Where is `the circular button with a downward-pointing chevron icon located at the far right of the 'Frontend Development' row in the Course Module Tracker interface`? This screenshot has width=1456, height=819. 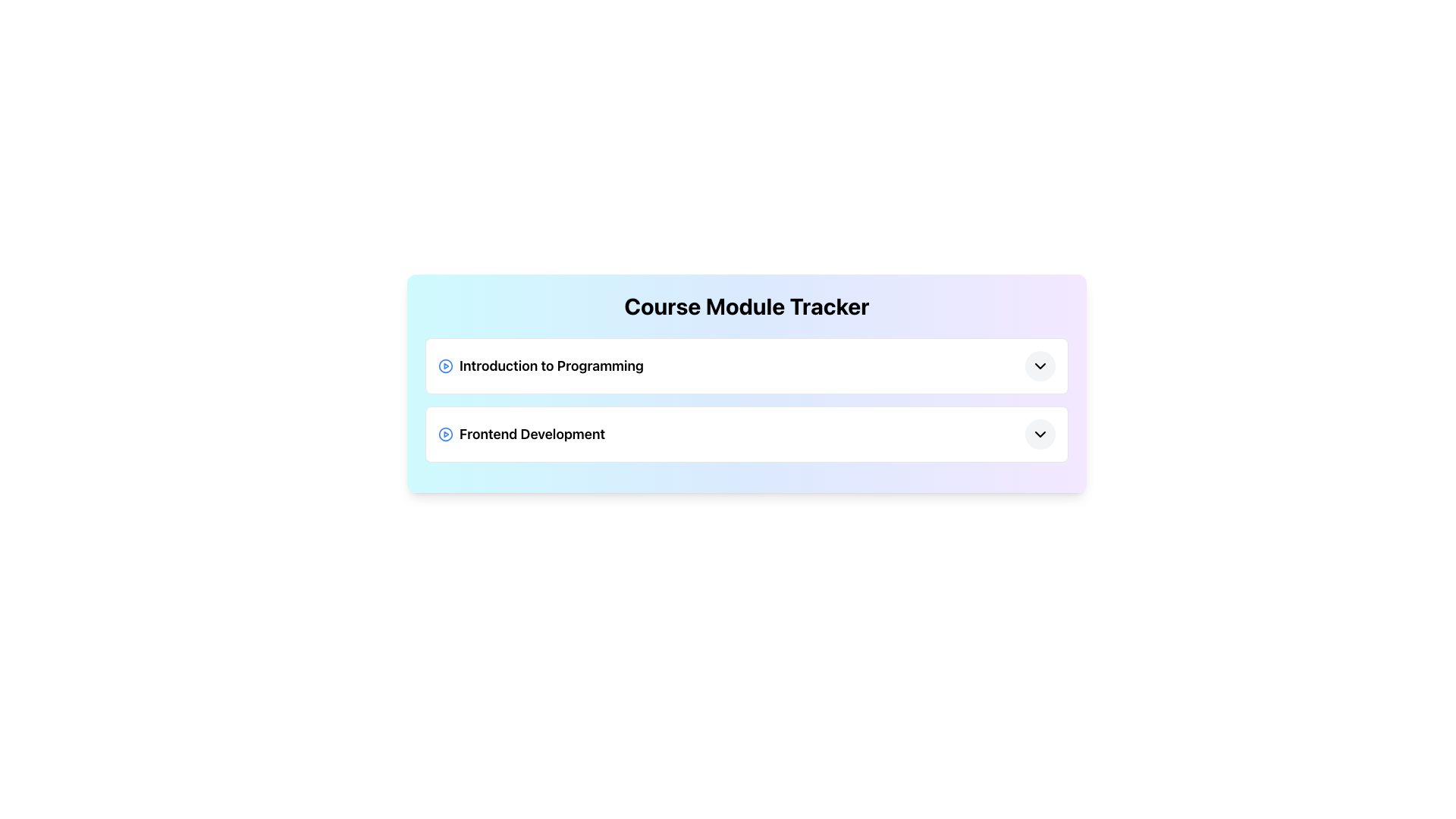 the circular button with a downward-pointing chevron icon located at the far right of the 'Frontend Development' row in the Course Module Tracker interface is located at coordinates (1040, 435).